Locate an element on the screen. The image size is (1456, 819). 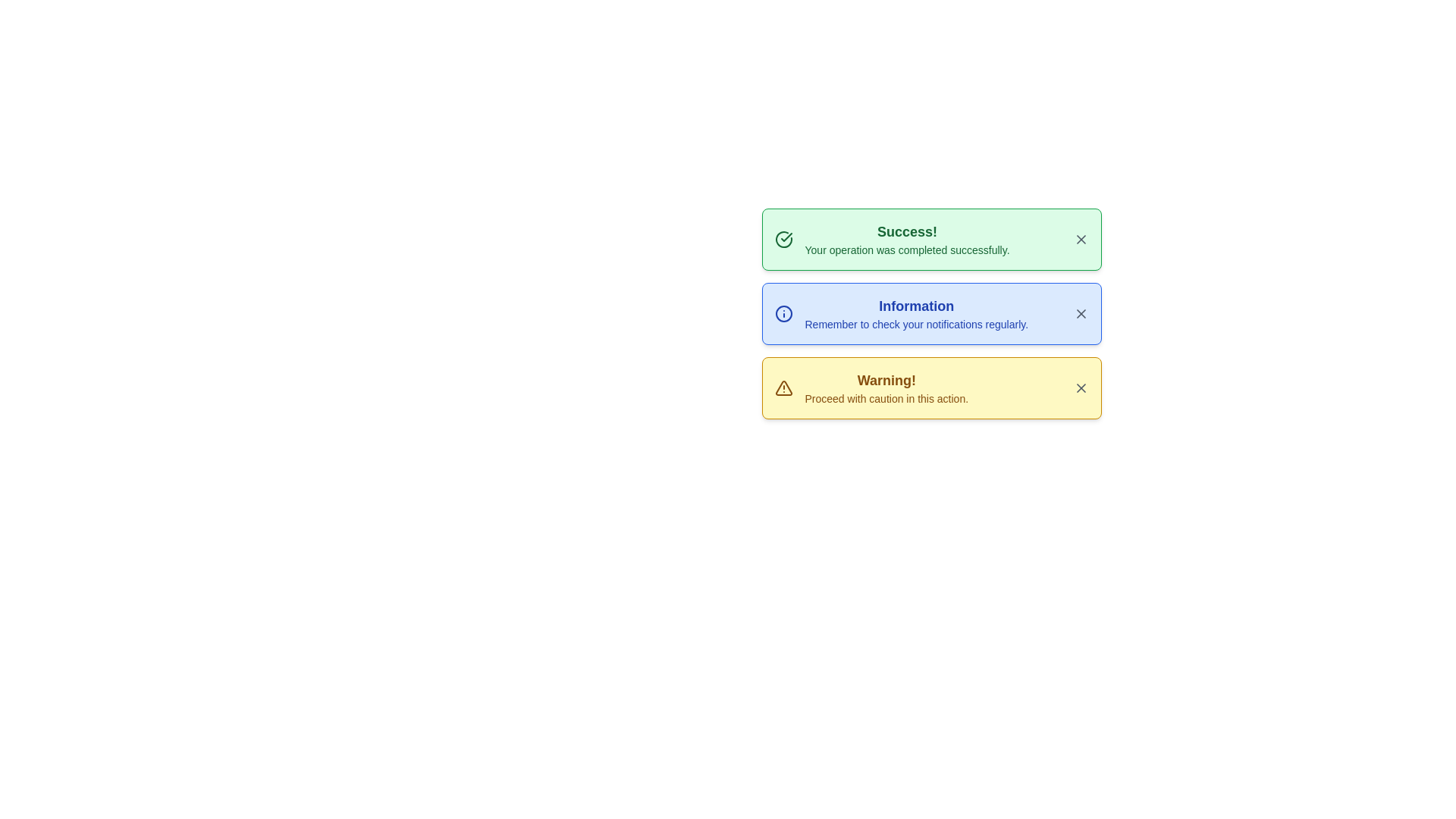
the green checkmark icon within the 'Success!' button, which is located in the top-left portion of the button and shares space with a circular icon is located at coordinates (786, 237).